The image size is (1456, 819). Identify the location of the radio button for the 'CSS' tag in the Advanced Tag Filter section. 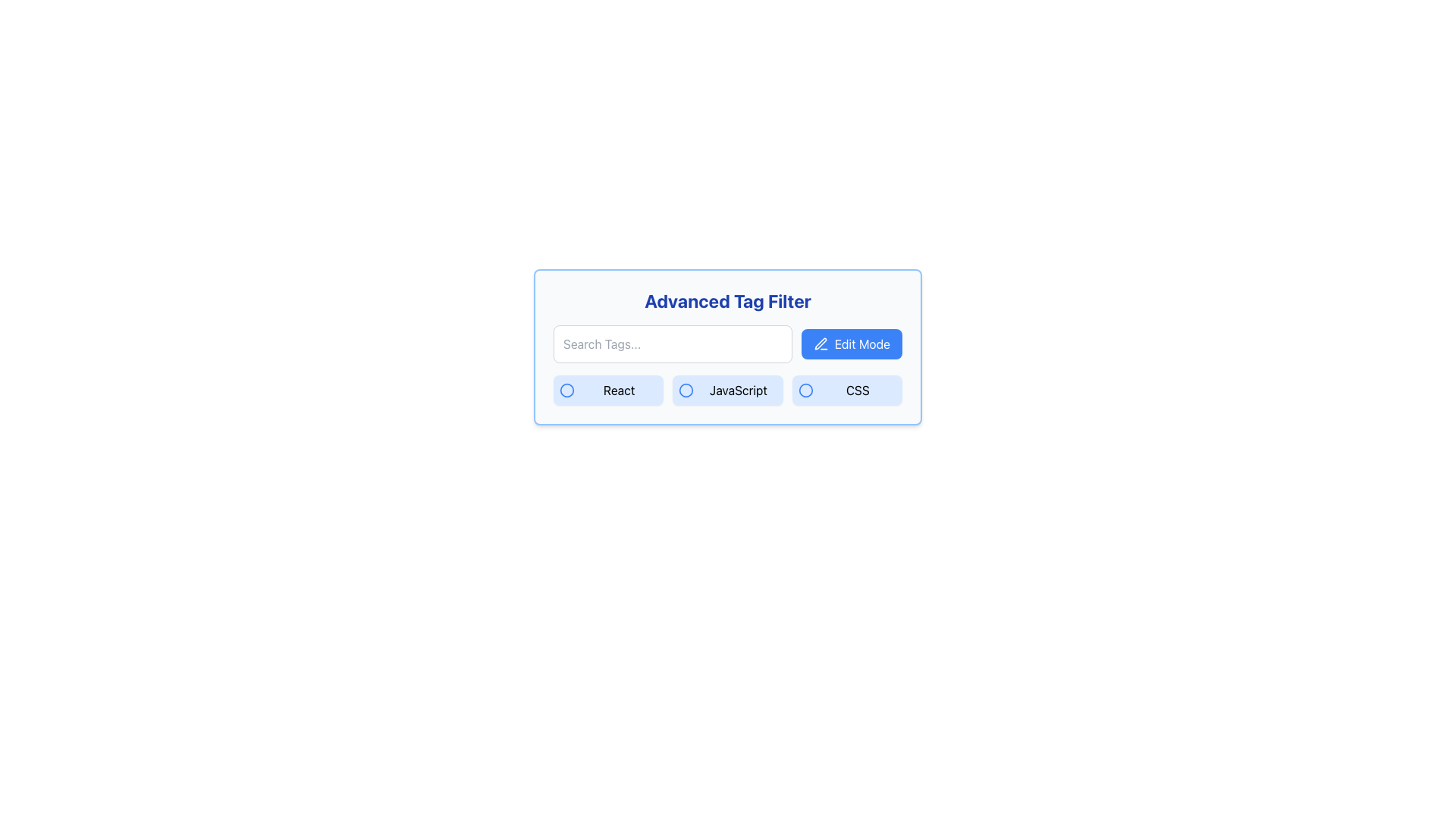
(846, 390).